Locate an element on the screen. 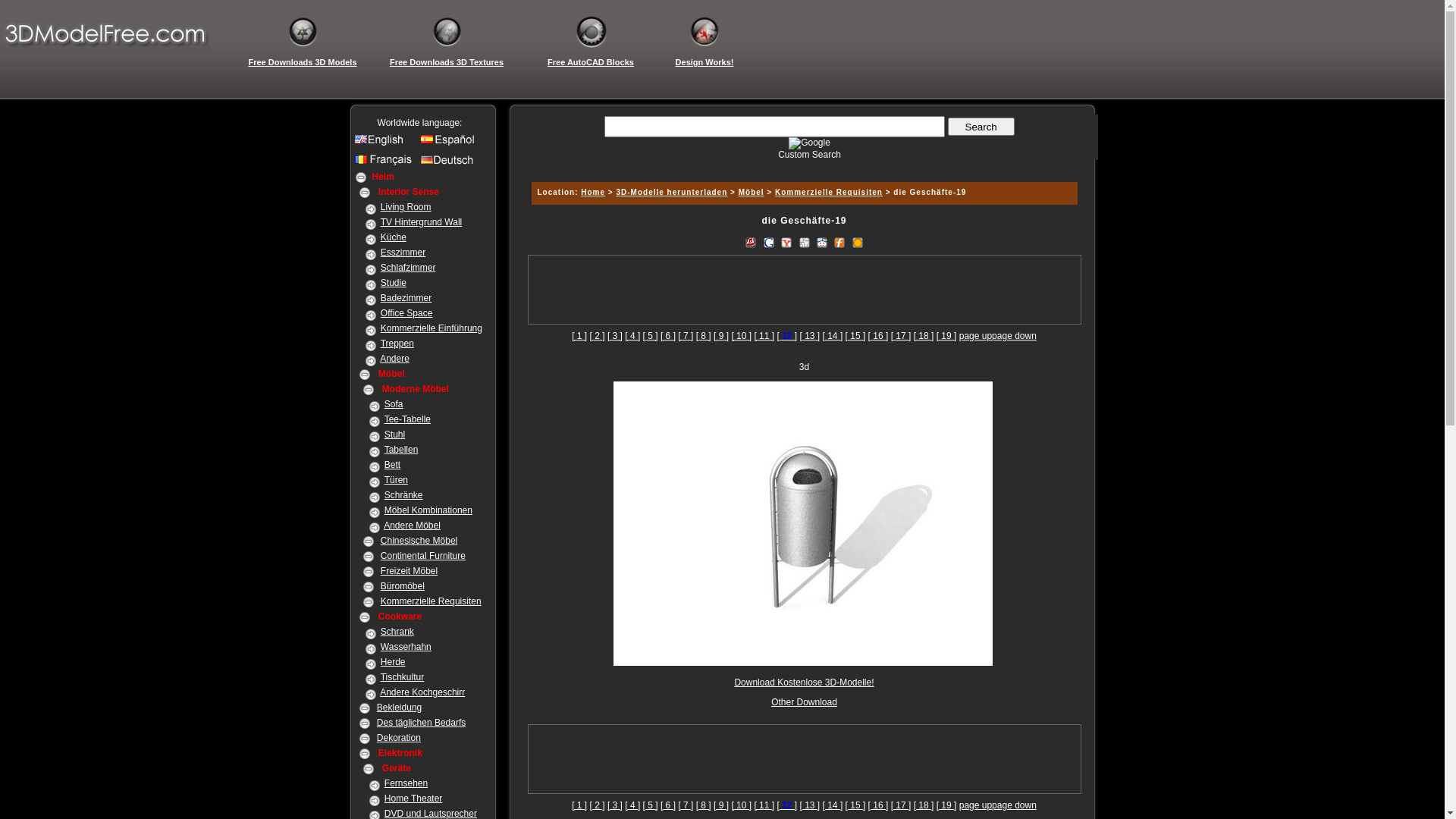  'Studie' is located at coordinates (393, 283).